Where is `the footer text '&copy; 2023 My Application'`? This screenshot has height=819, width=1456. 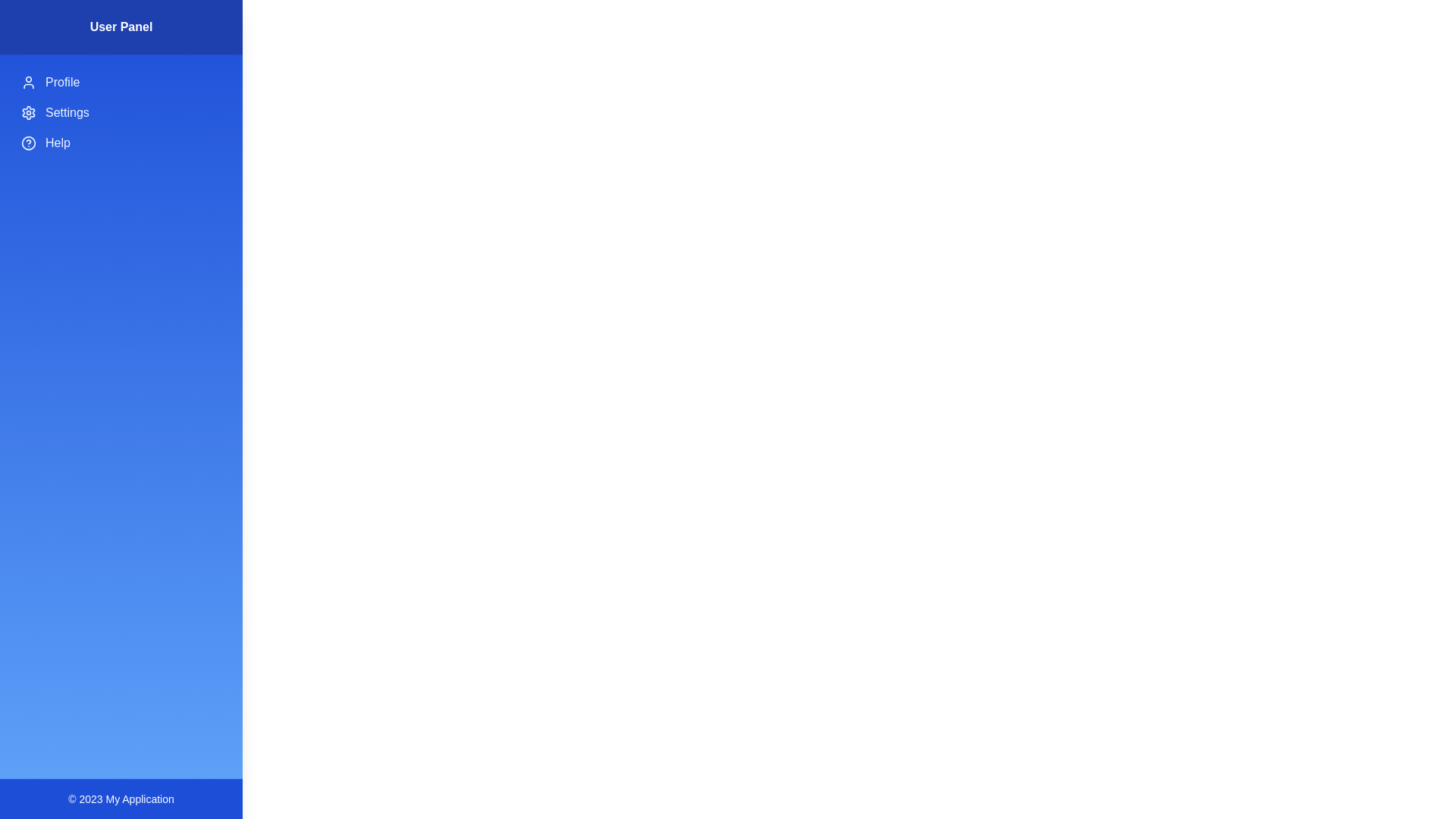
the footer text '&copy; 2023 My Application' is located at coordinates (120, 798).